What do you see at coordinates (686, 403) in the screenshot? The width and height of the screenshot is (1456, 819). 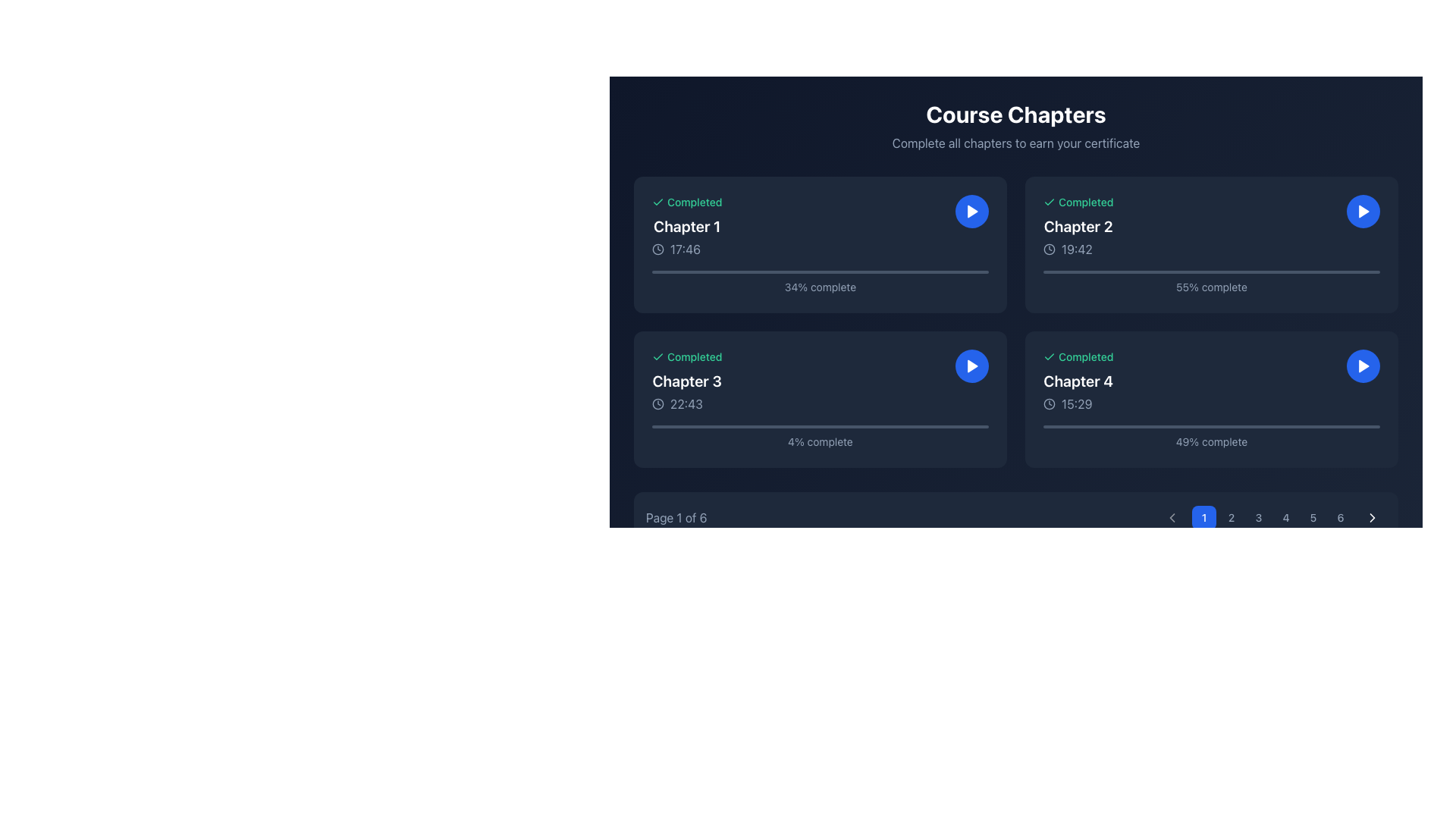 I see `the non-interactive text display showing the duration or timestamp for 'Chapter 3', located beside a clock icon in the lower section of the card` at bounding box center [686, 403].